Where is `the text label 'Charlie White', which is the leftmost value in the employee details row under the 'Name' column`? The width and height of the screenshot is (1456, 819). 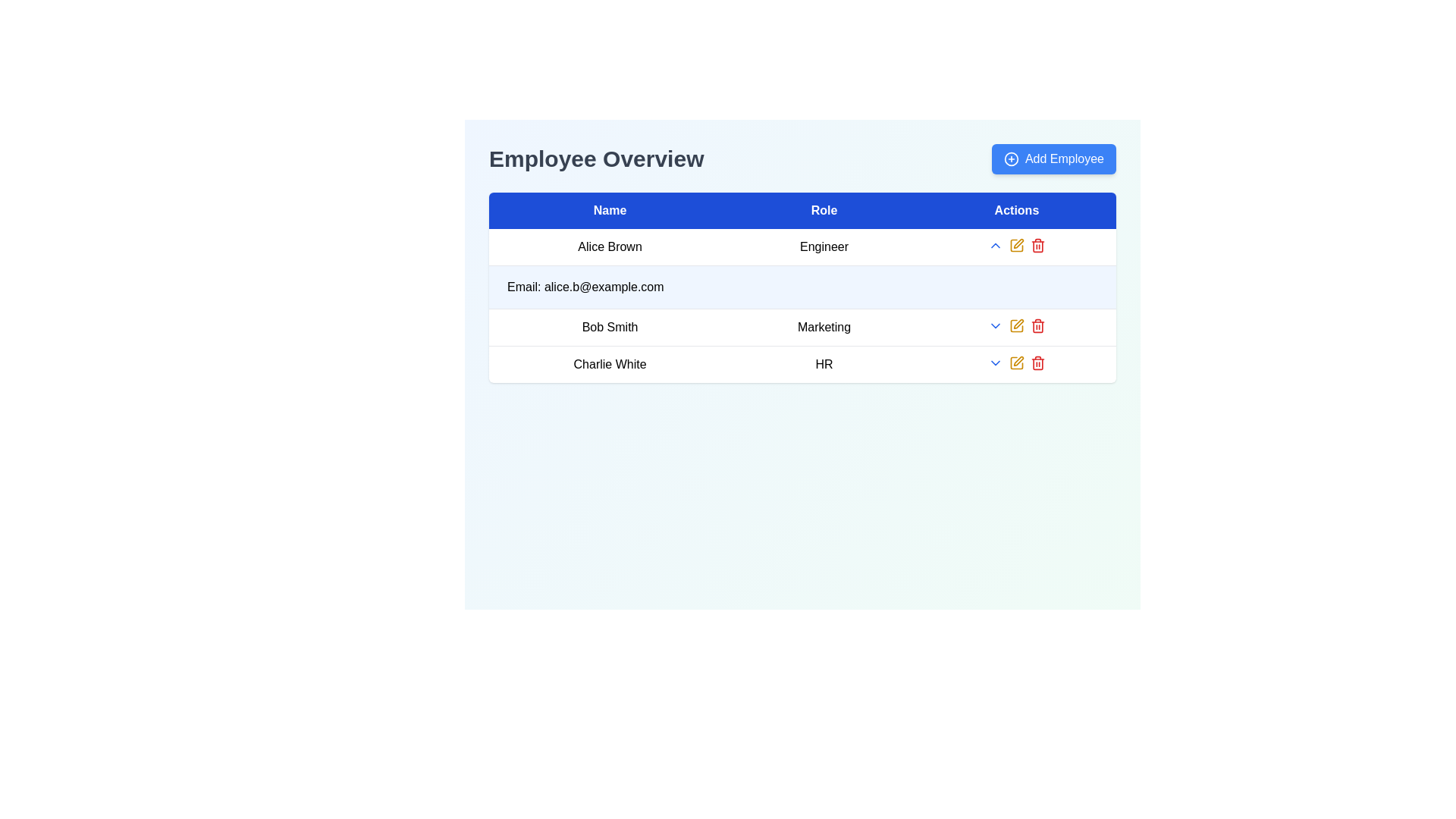
the text label 'Charlie White', which is the leftmost value in the employee details row under the 'Name' column is located at coordinates (610, 364).